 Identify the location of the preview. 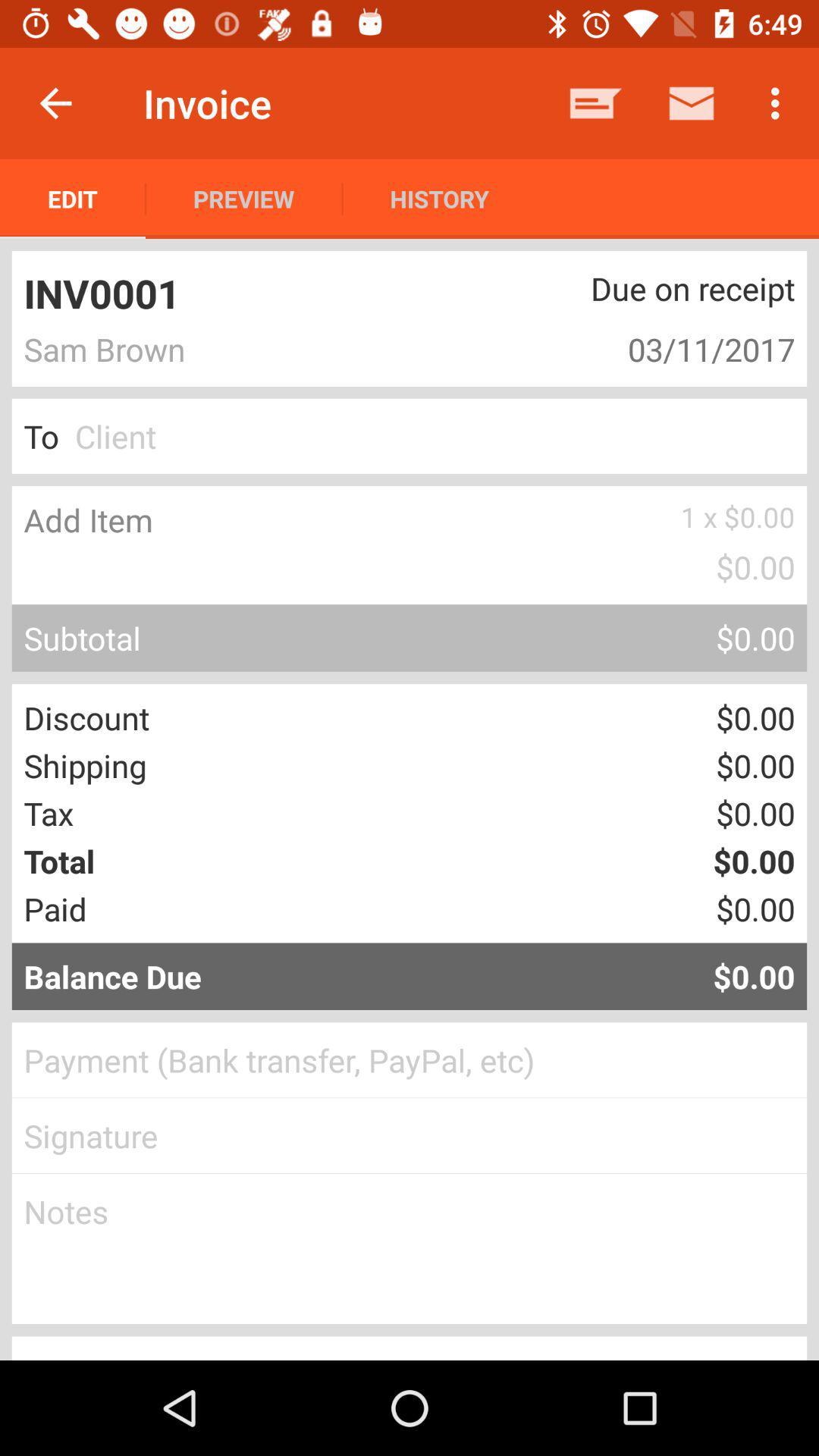
(243, 198).